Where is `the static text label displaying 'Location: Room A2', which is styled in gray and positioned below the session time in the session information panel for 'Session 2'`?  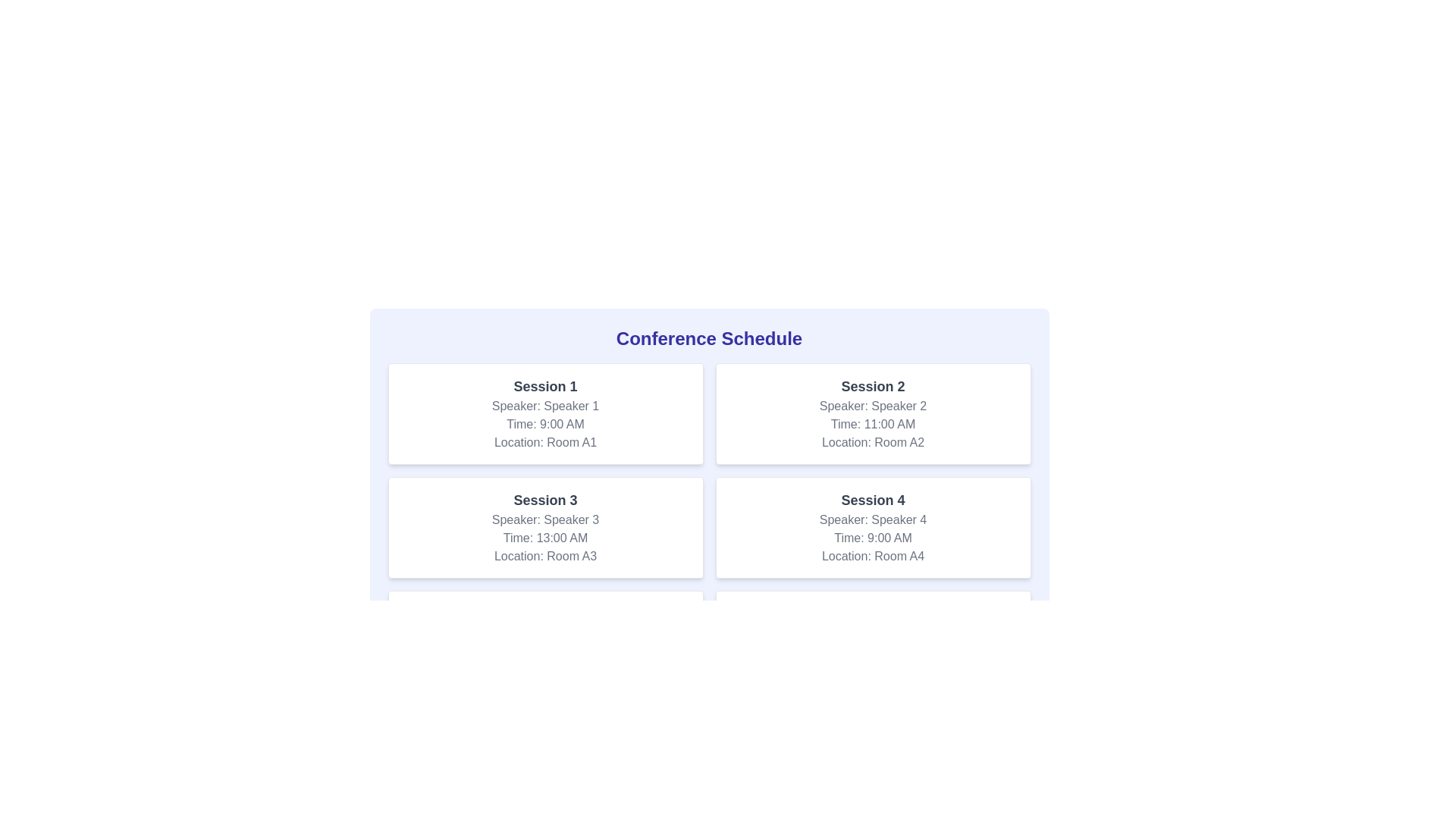
the static text label displaying 'Location: Room A2', which is styled in gray and positioned below the session time in the session information panel for 'Session 2' is located at coordinates (873, 442).